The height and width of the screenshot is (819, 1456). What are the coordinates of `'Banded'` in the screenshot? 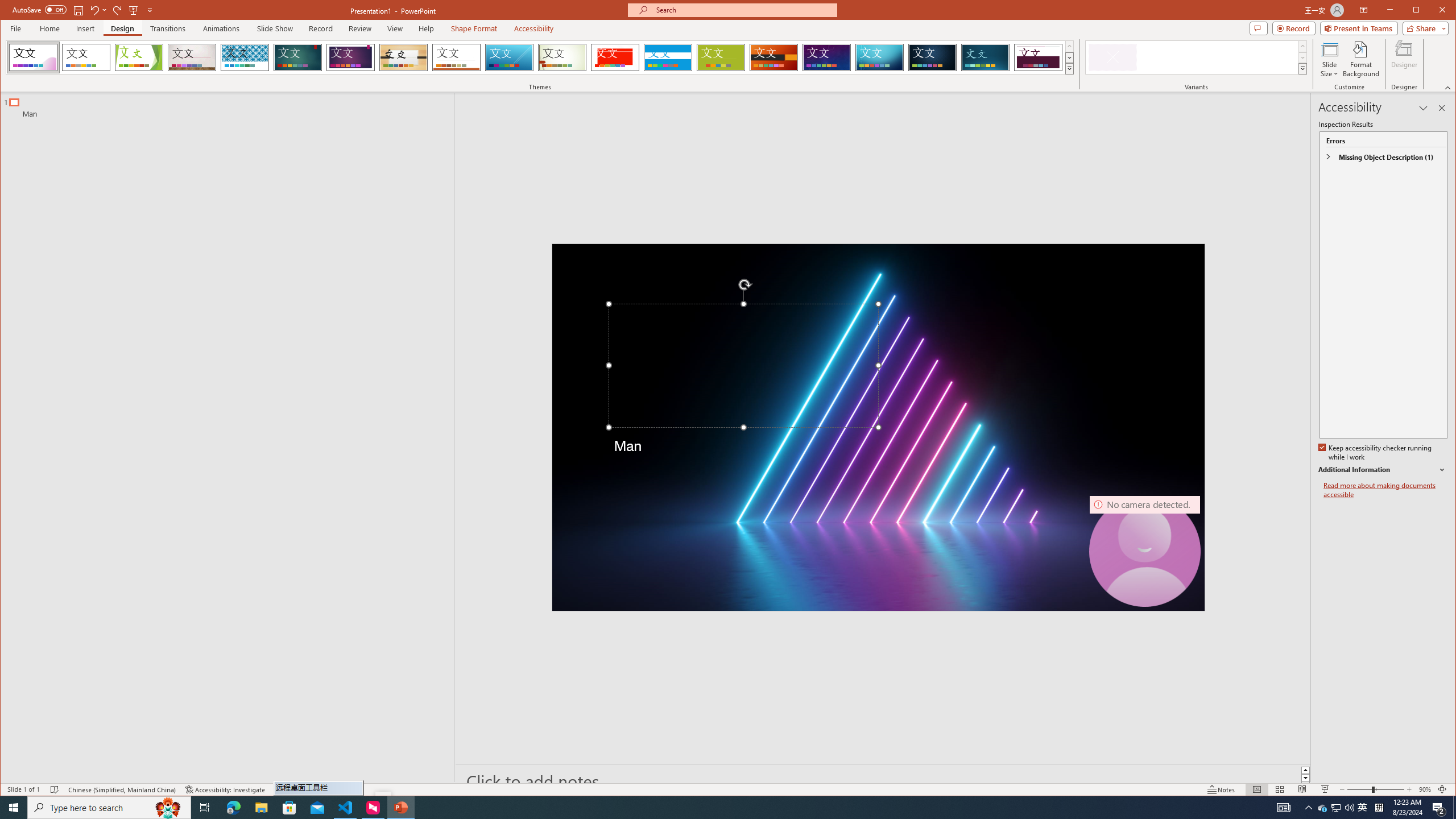 It's located at (668, 57).